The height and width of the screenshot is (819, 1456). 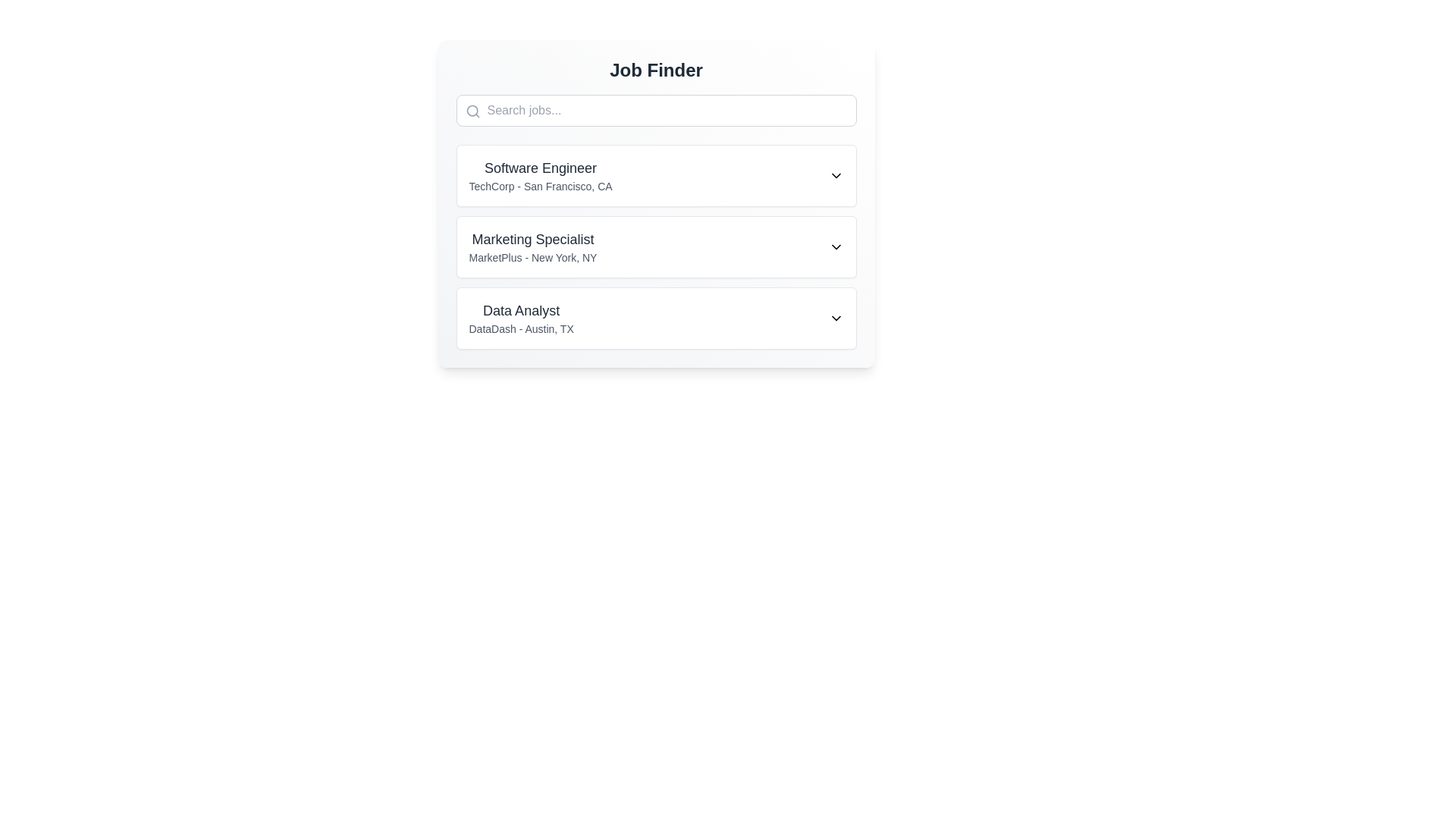 What do you see at coordinates (532, 246) in the screenshot?
I see `the text label displaying 'Marketing Specialist' and 'MarketPlus - New York, NY' by moving the cursor to its center point` at bounding box center [532, 246].